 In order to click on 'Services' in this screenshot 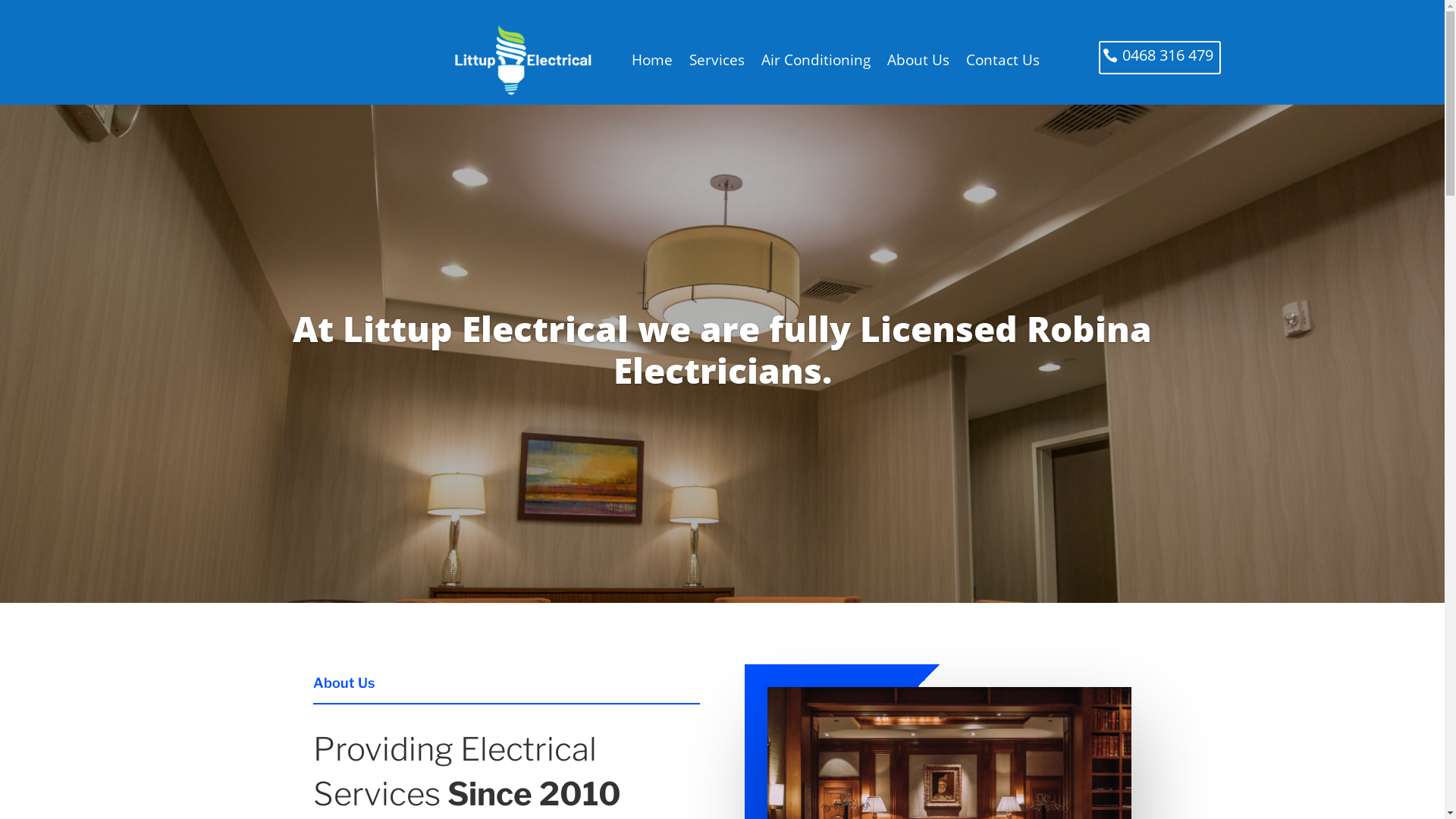, I will do `click(688, 59)`.